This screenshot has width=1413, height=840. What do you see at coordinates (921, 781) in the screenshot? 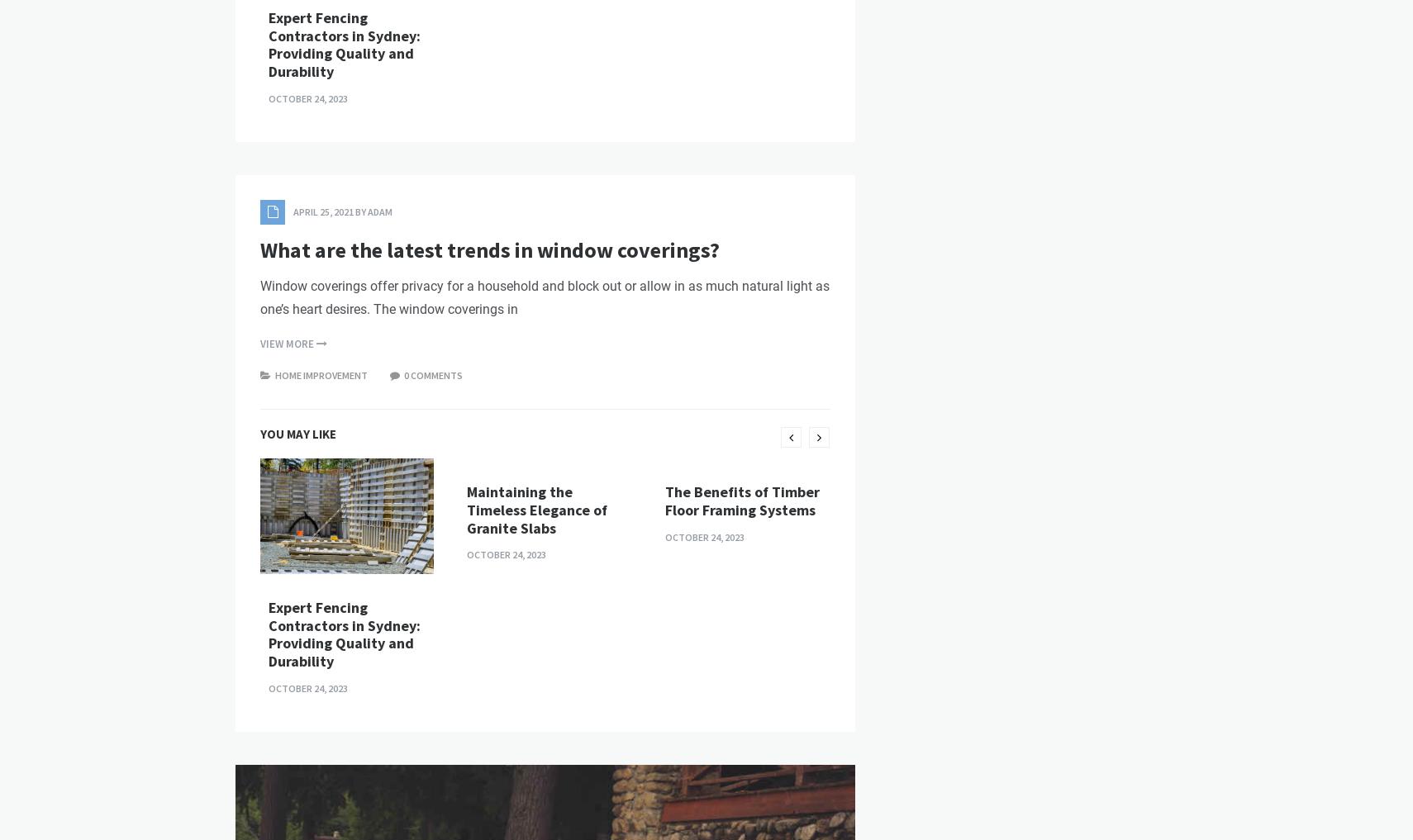
I see `'Hottest Furniture Designs of 2021'` at bounding box center [921, 781].